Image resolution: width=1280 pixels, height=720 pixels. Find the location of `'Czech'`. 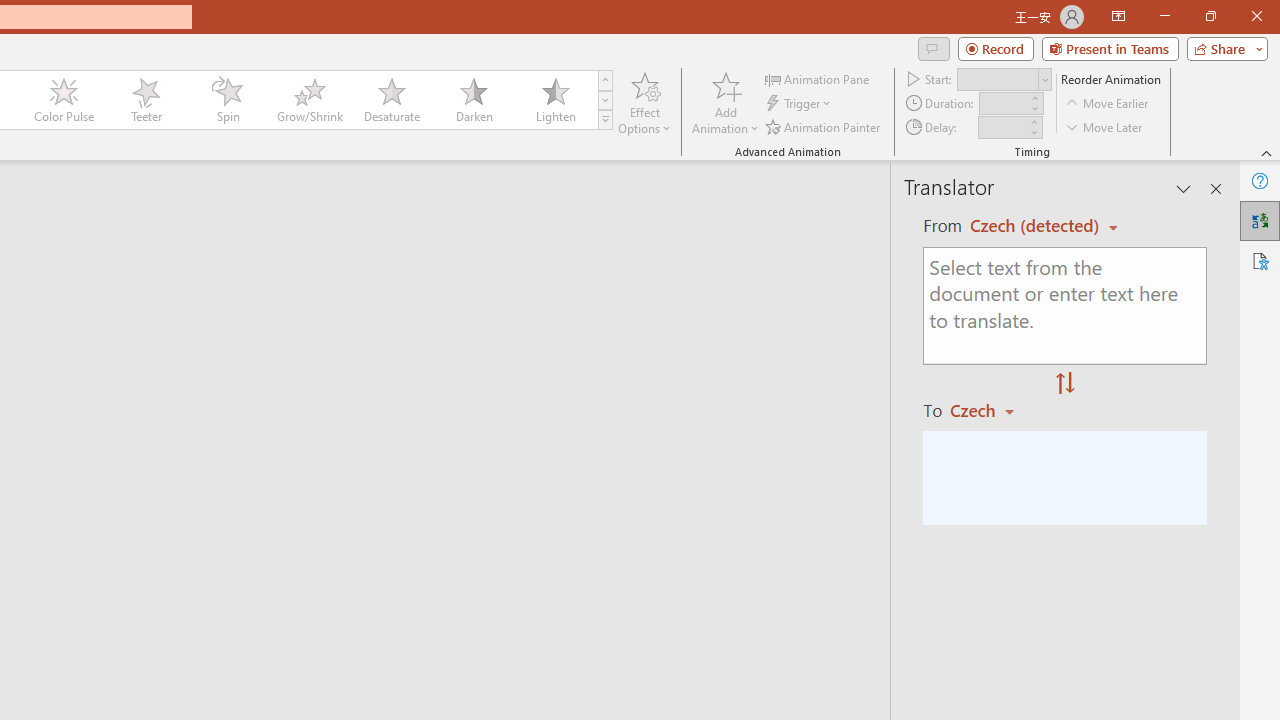

'Czech' is located at coordinates (991, 409).